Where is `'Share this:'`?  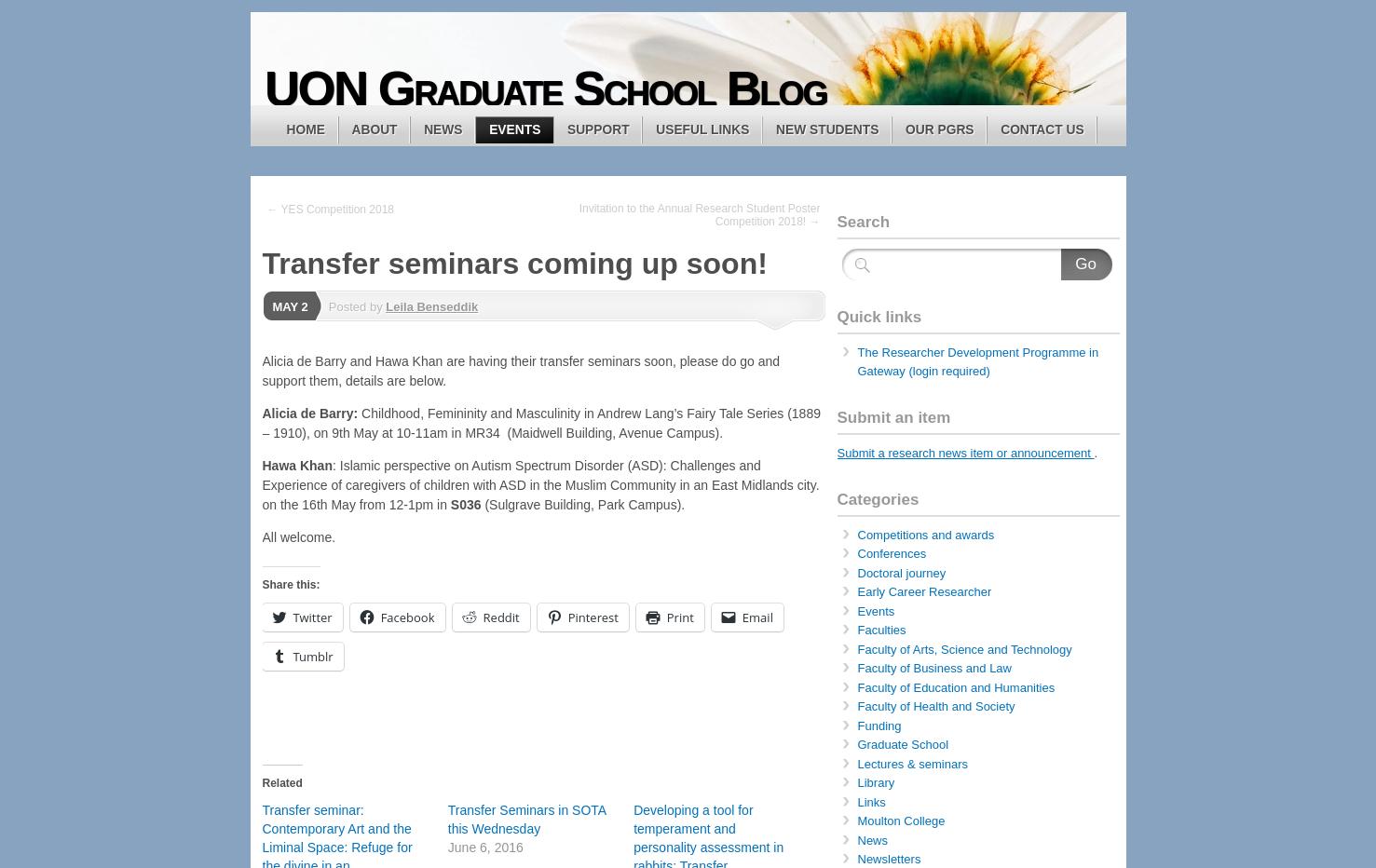 'Share this:' is located at coordinates (290, 583).